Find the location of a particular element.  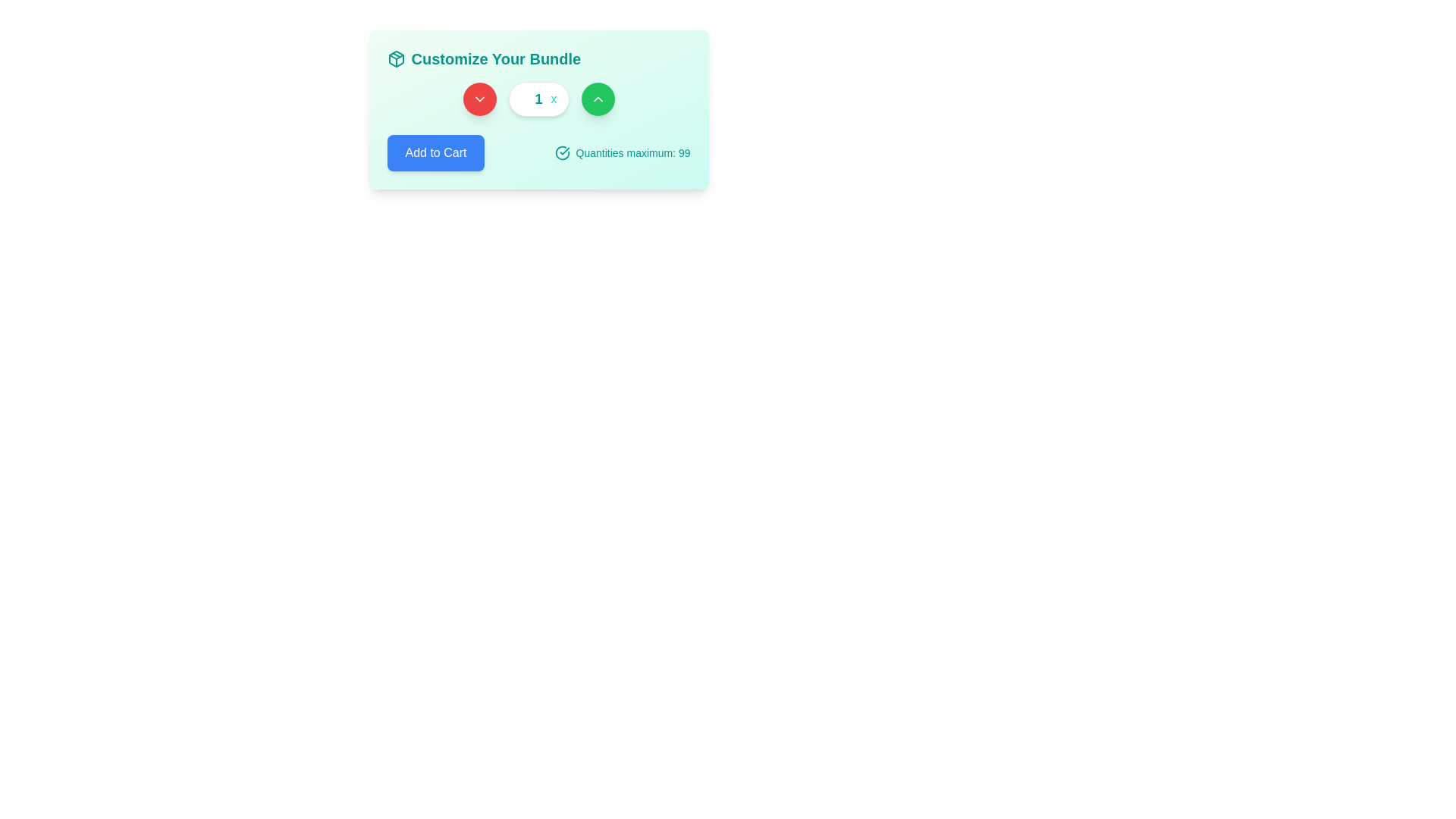

the circular portion of the SVG graphic that resembles part of a checkbox or status indicator, located in the top-left corner of the 'Customize Your Bundle' card is located at coordinates (561, 152).